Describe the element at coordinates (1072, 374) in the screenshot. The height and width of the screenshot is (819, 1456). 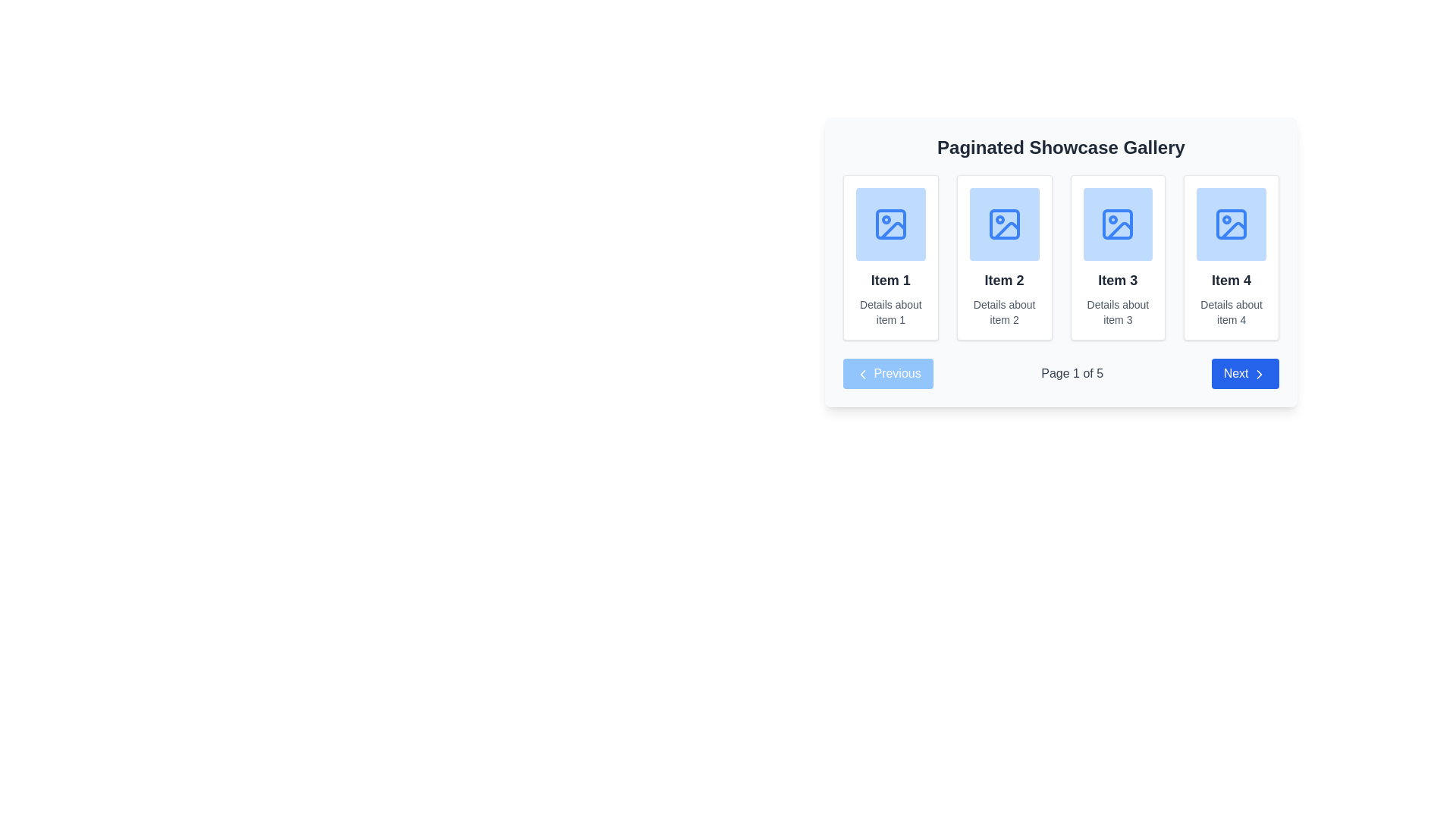
I see `the text label that reads 'Page 1 of 5' located in the footer section of the pagination controls between the 'Previous' and 'Next' buttons` at that location.